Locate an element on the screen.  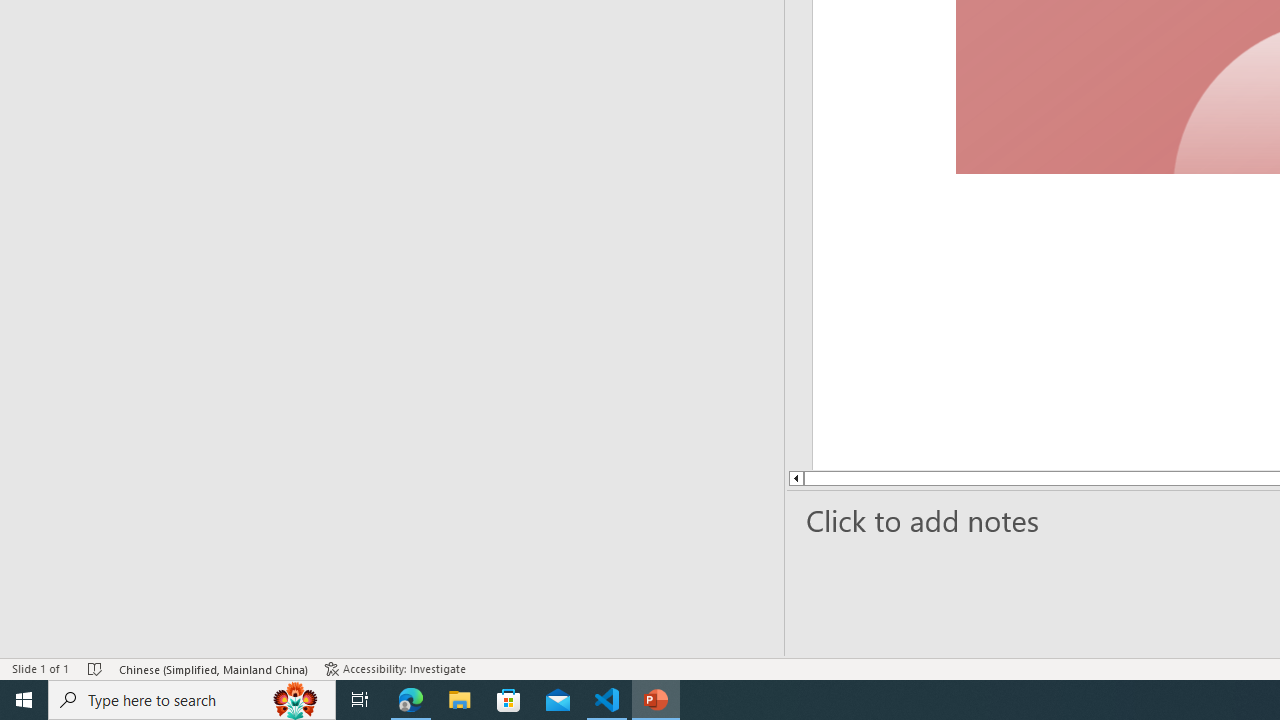
'Spell Check No Errors' is located at coordinates (95, 669).